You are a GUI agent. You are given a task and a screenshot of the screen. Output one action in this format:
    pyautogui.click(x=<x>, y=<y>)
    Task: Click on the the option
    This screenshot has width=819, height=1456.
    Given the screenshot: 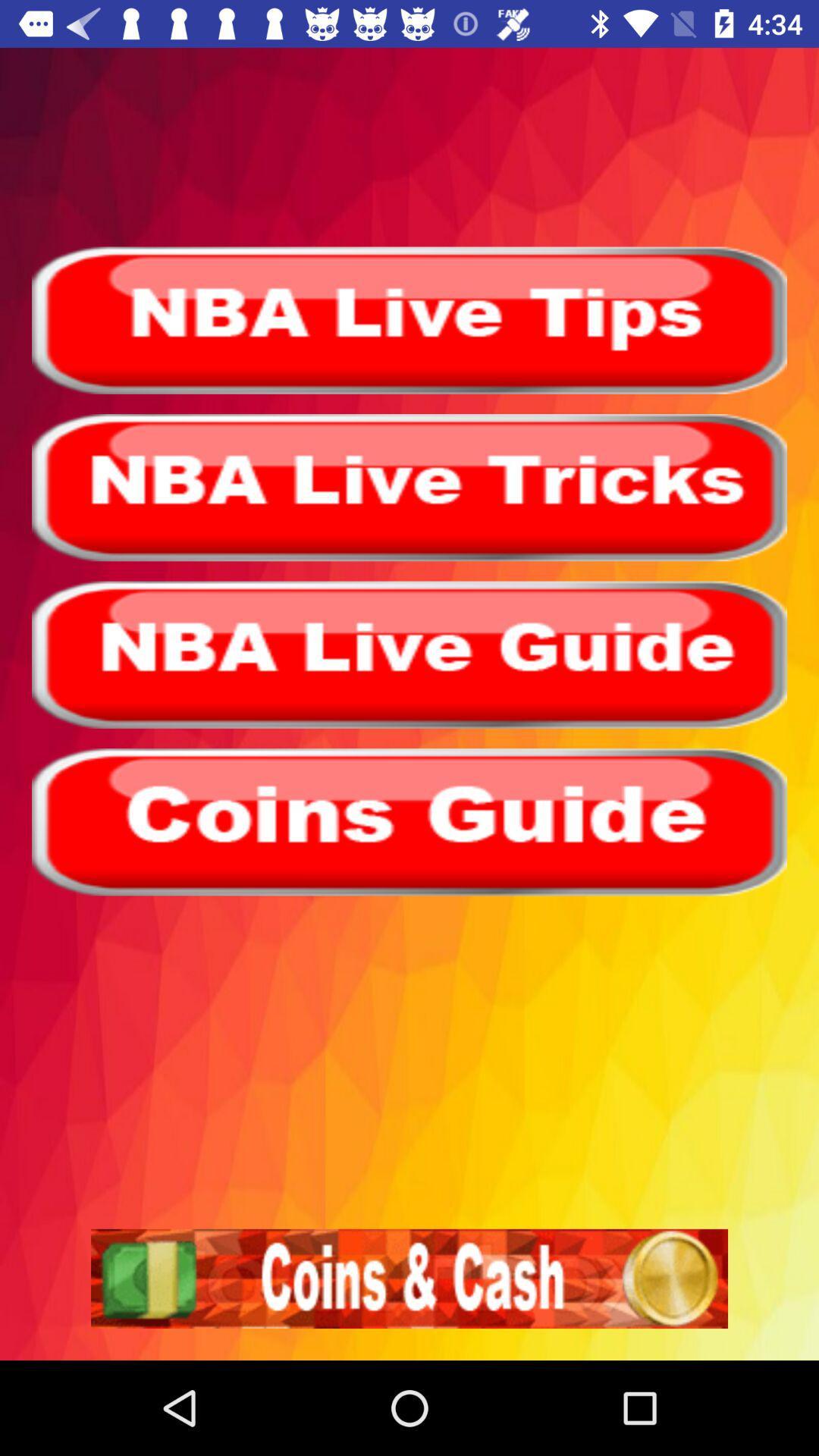 What is the action you would take?
    pyautogui.click(x=409, y=821)
    